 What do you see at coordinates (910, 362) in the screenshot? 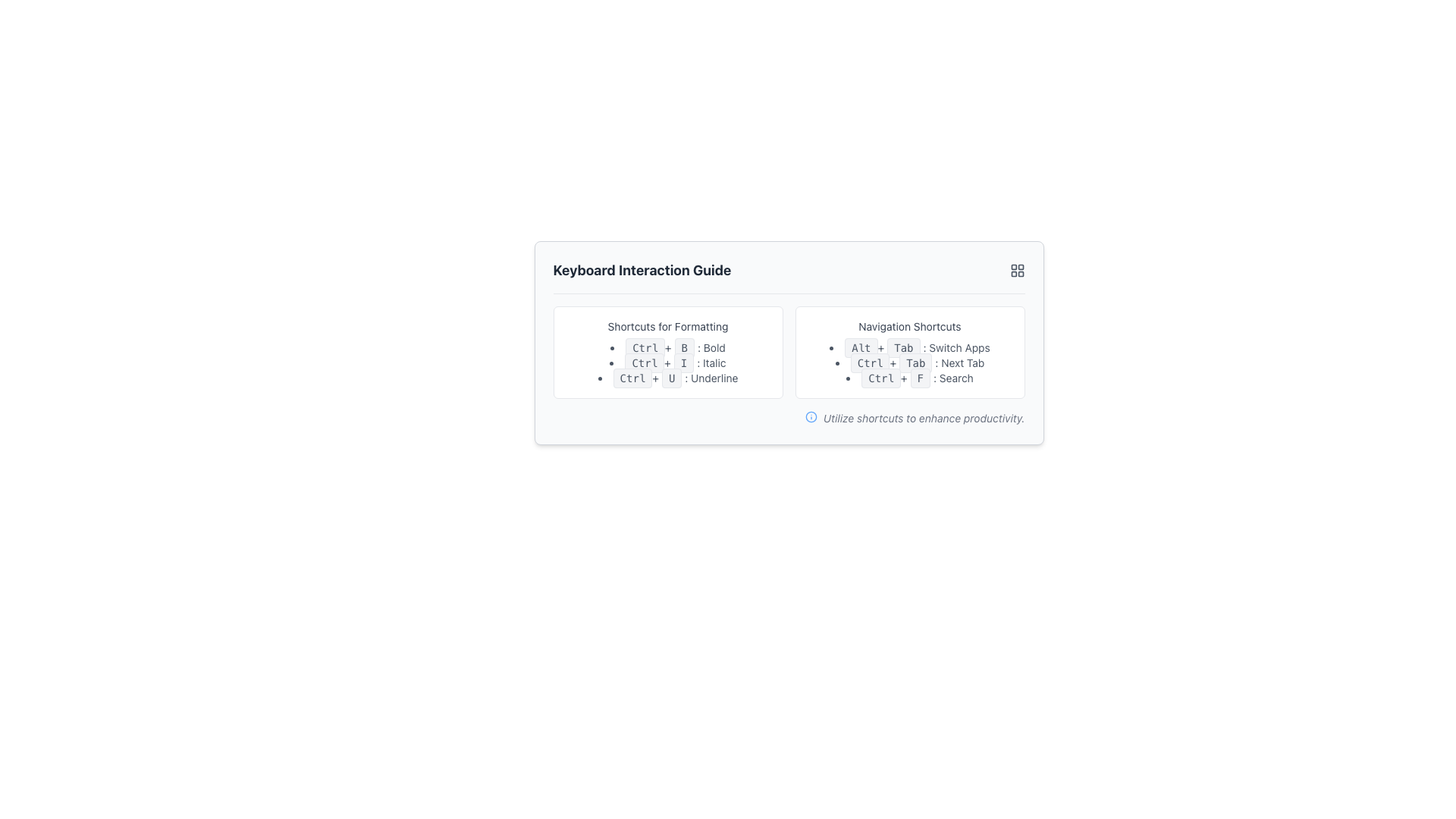
I see `the instructional guide in the 'Navigation Shortcuts' section, specifically the bulleted list of key combinations and their actions` at bounding box center [910, 362].